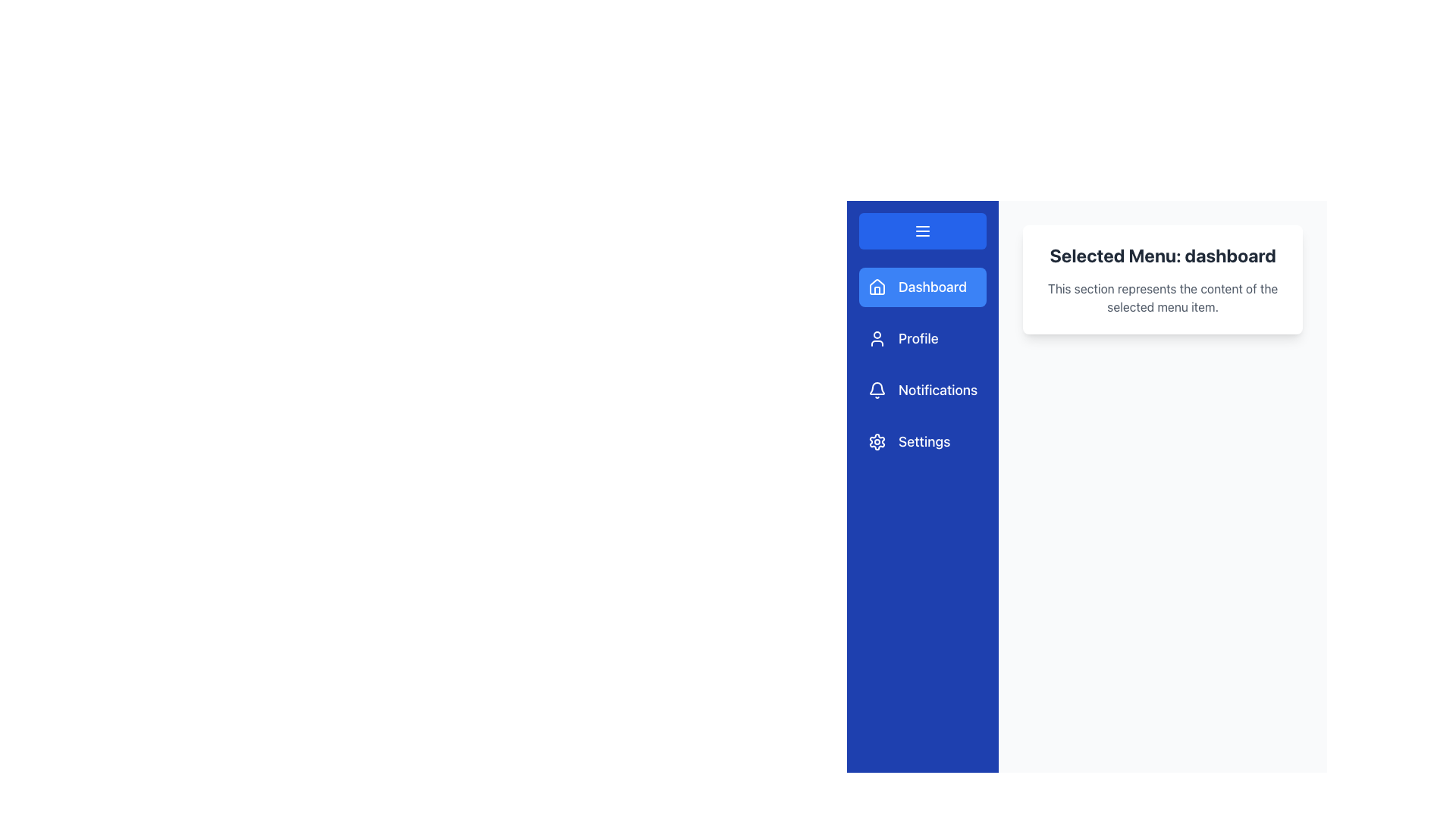 The width and height of the screenshot is (1456, 819). What do you see at coordinates (924, 441) in the screenshot?
I see `the 'Settings' text label within the sidebar navigation menu` at bounding box center [924, 441].